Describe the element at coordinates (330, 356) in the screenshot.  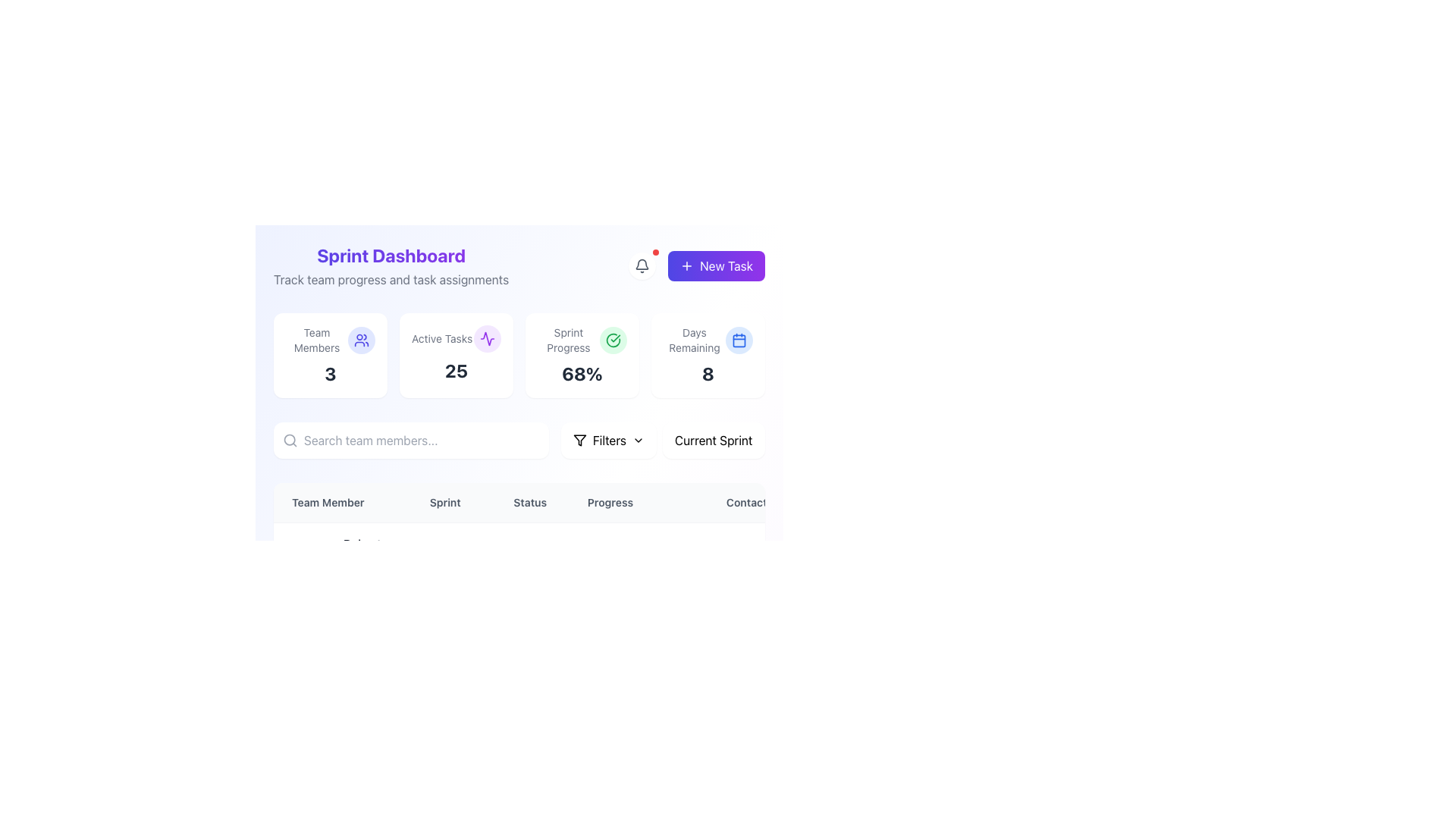
I see `the card displaying the total number of team members, which shows '3' and is located in the top-left corner of the grid layout` at that location.